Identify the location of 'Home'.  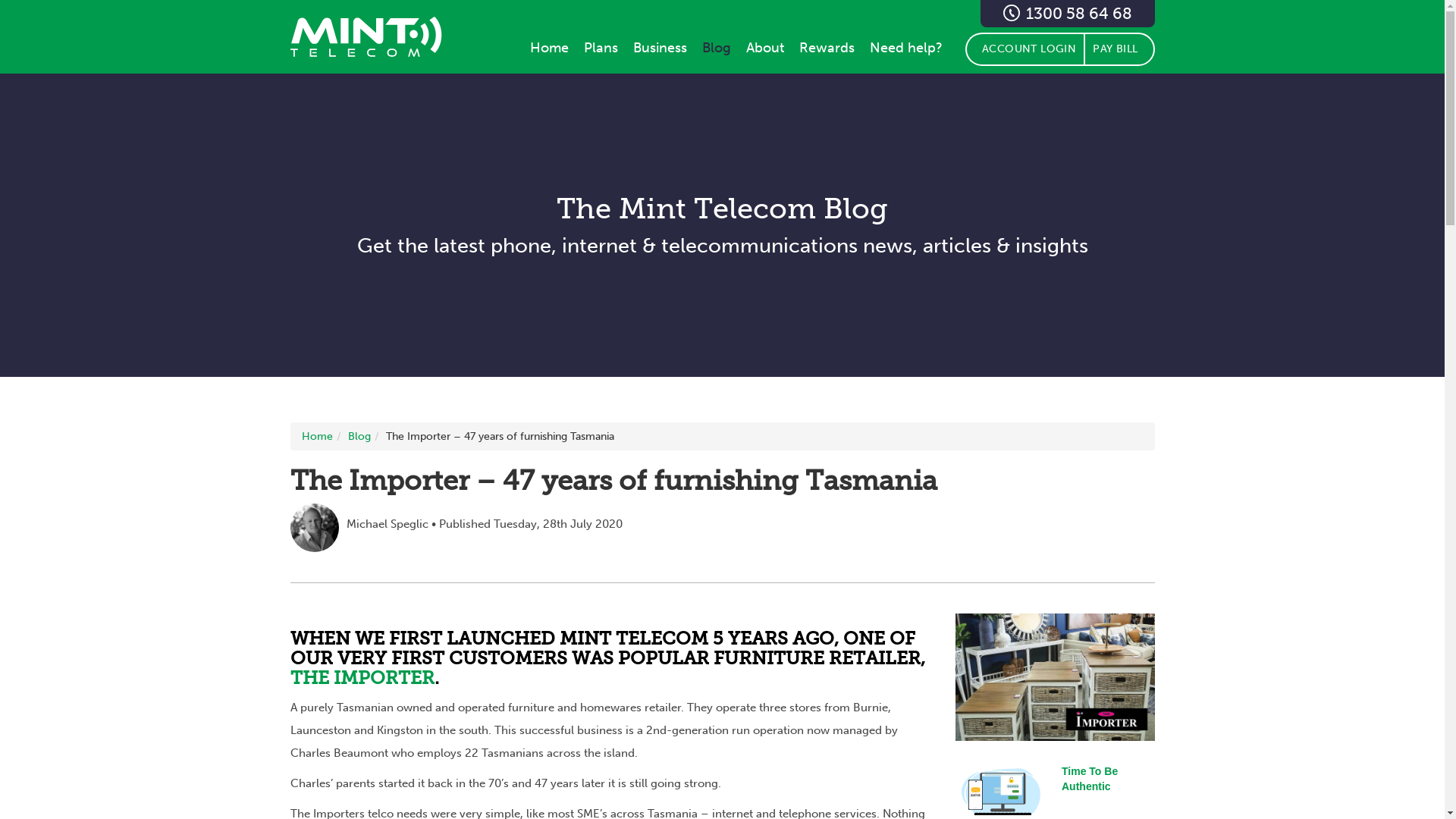
(548, 46).